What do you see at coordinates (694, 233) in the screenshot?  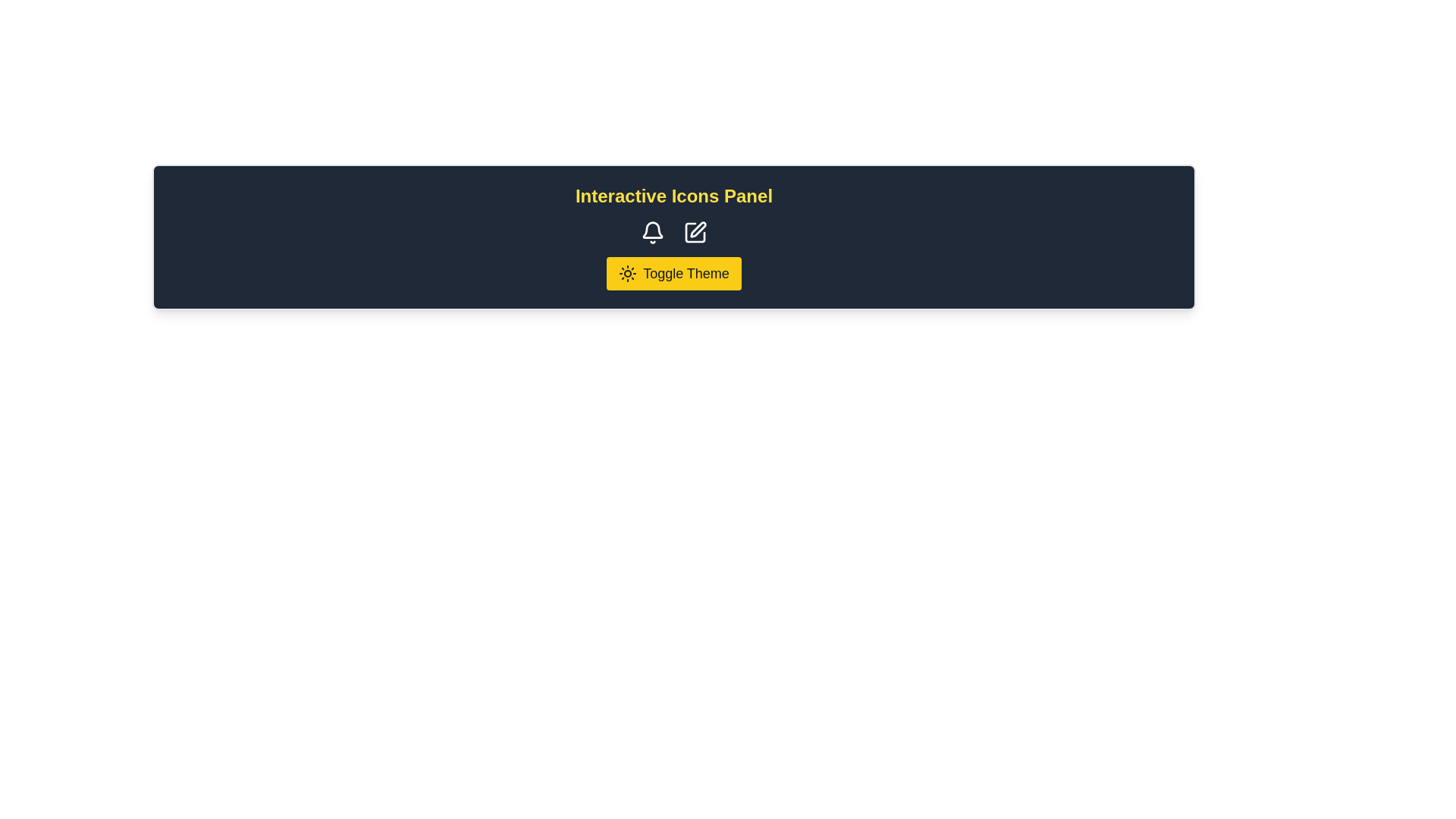 I see `the Icon Button, which is the second icon from the left in a horizontal row on a dark rectangular panel, to enable editing or modifying content or settings` at bounding box center [694, 233].